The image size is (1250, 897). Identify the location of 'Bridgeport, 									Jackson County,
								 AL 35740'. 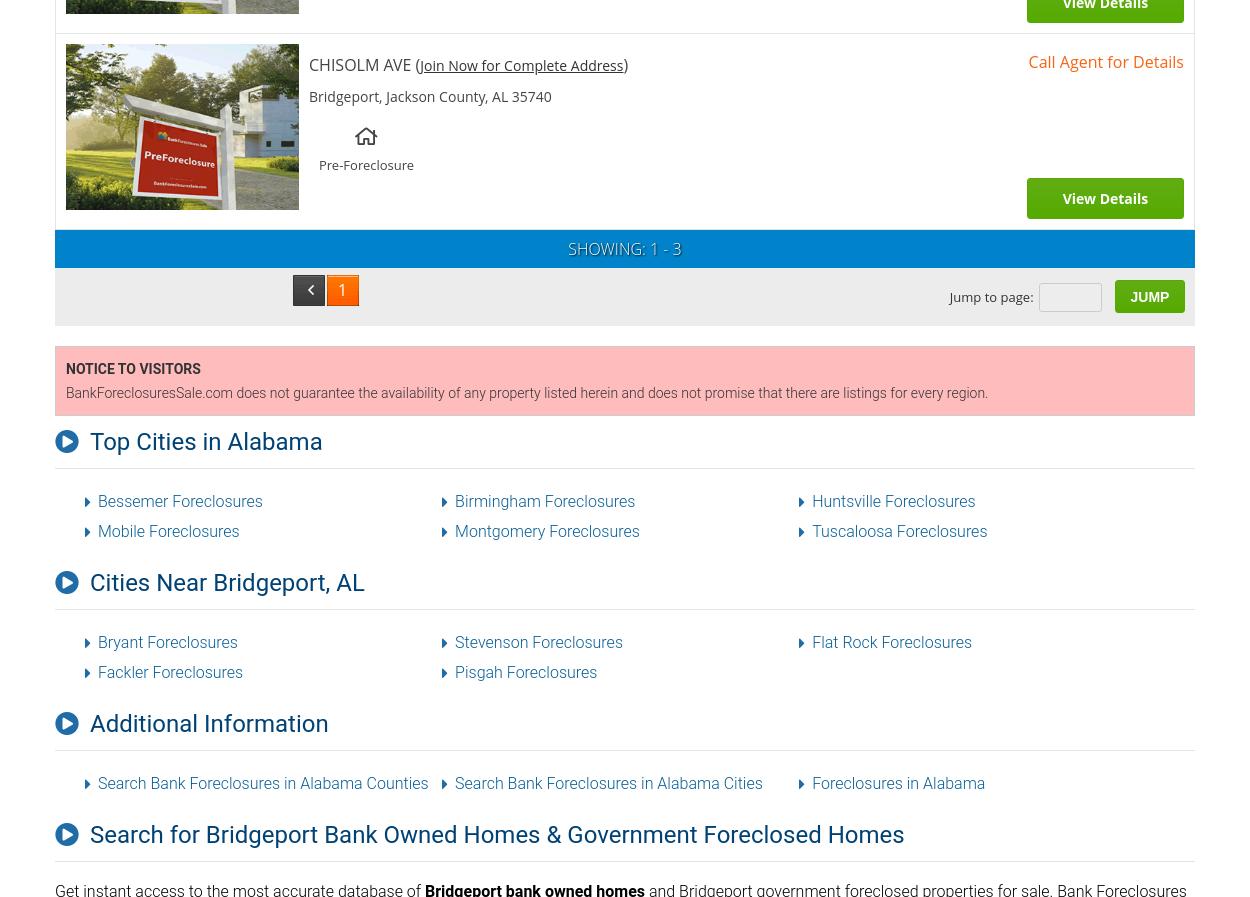
(429, 95).